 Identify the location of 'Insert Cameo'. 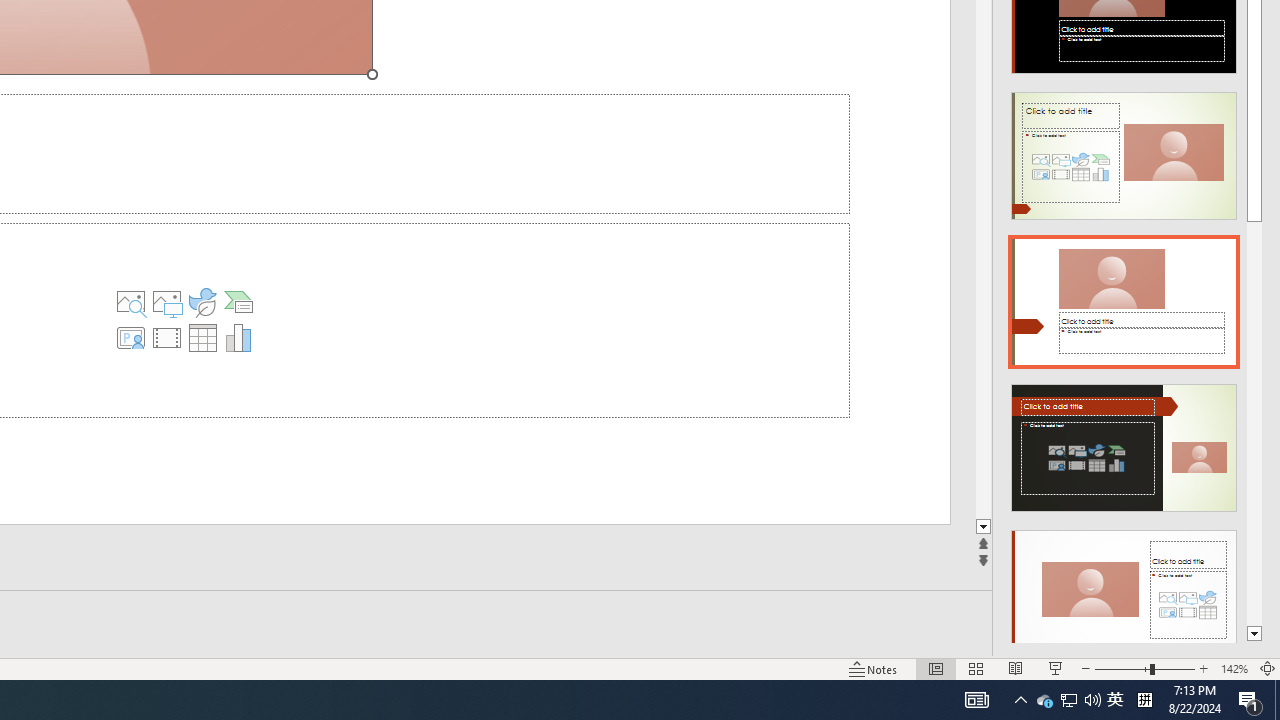
(130, 337).